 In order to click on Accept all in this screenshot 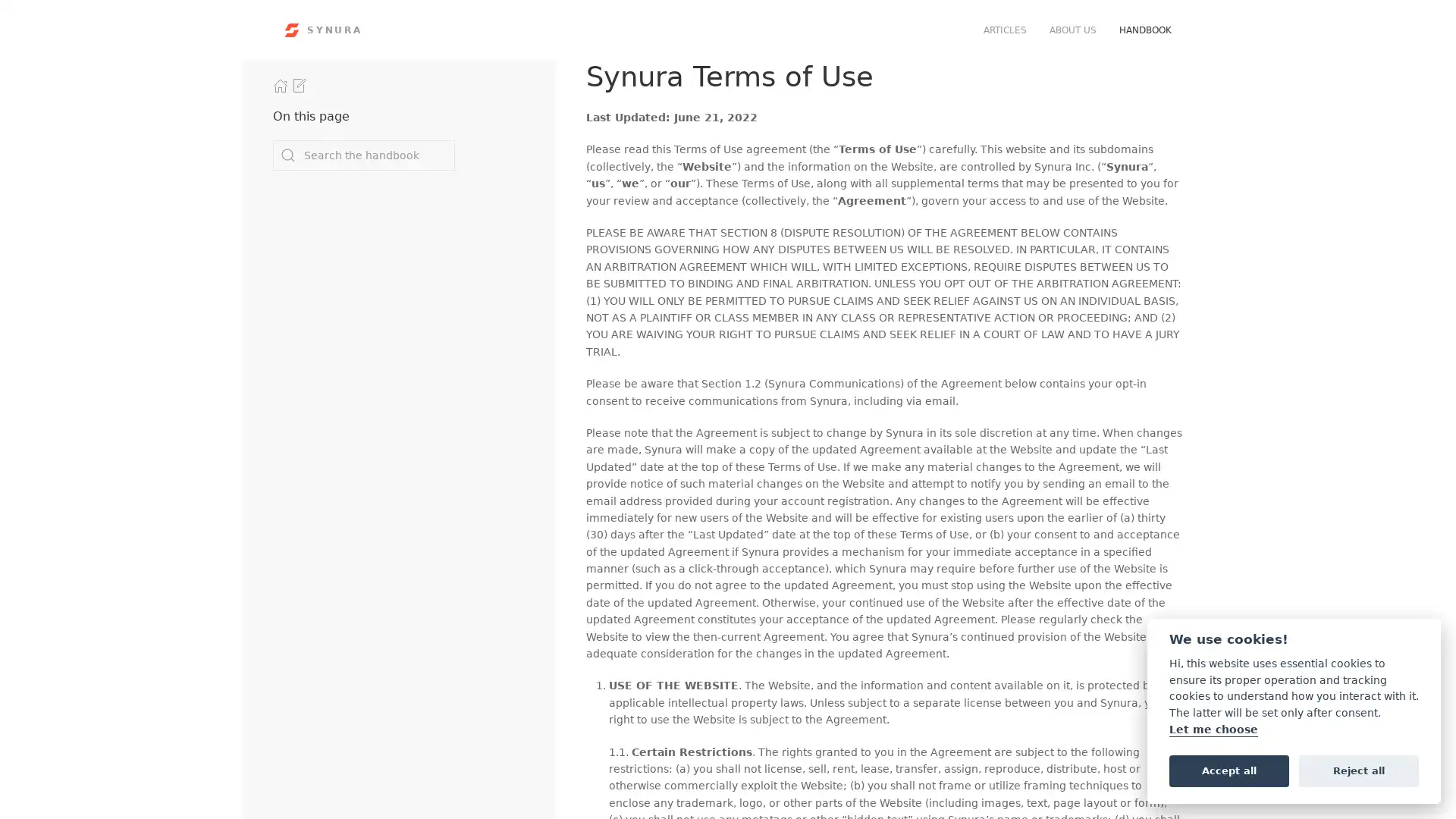, I will do `click(1228, 770)`.